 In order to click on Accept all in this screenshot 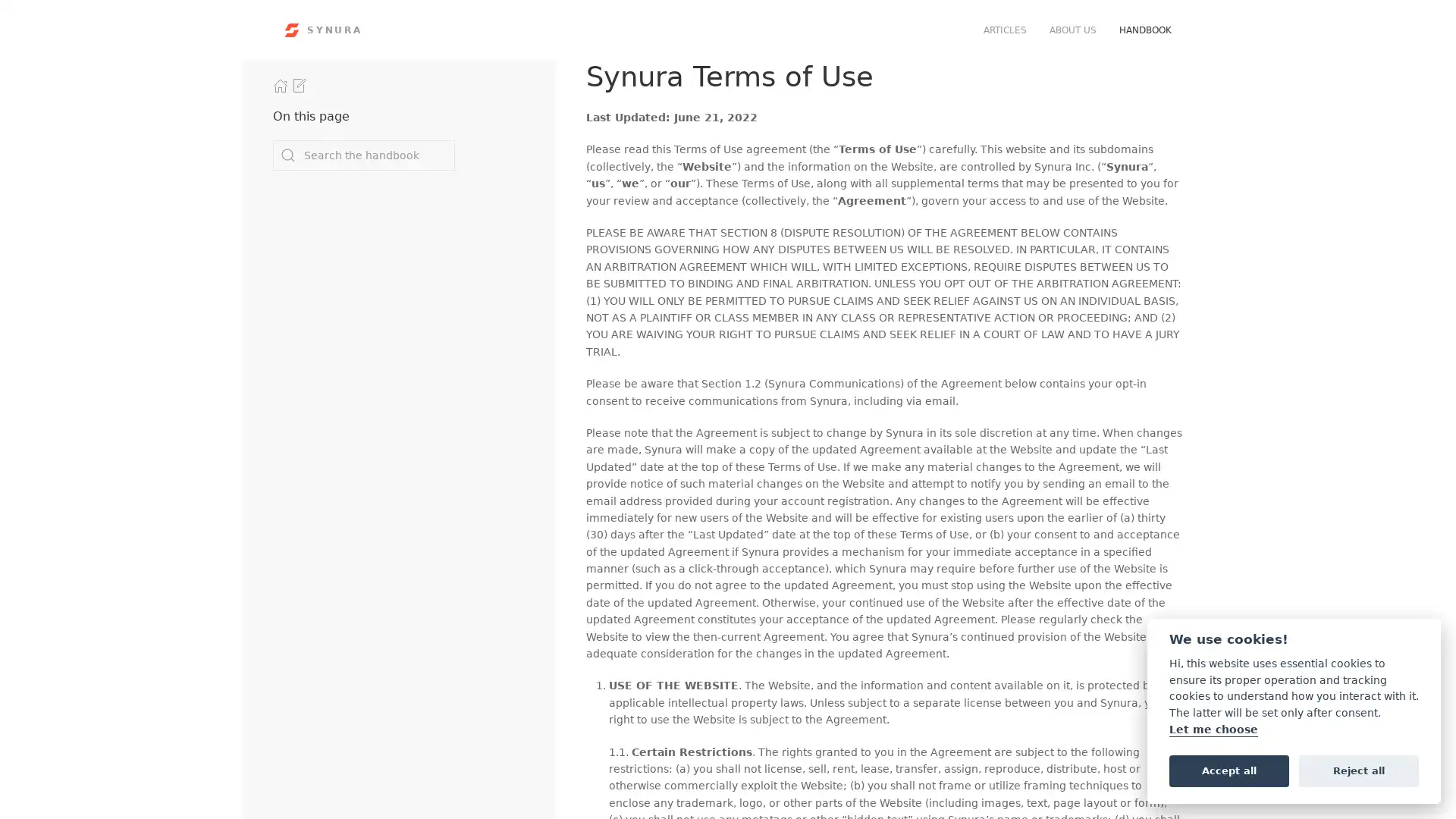, I will do `click(1228, 770)`.